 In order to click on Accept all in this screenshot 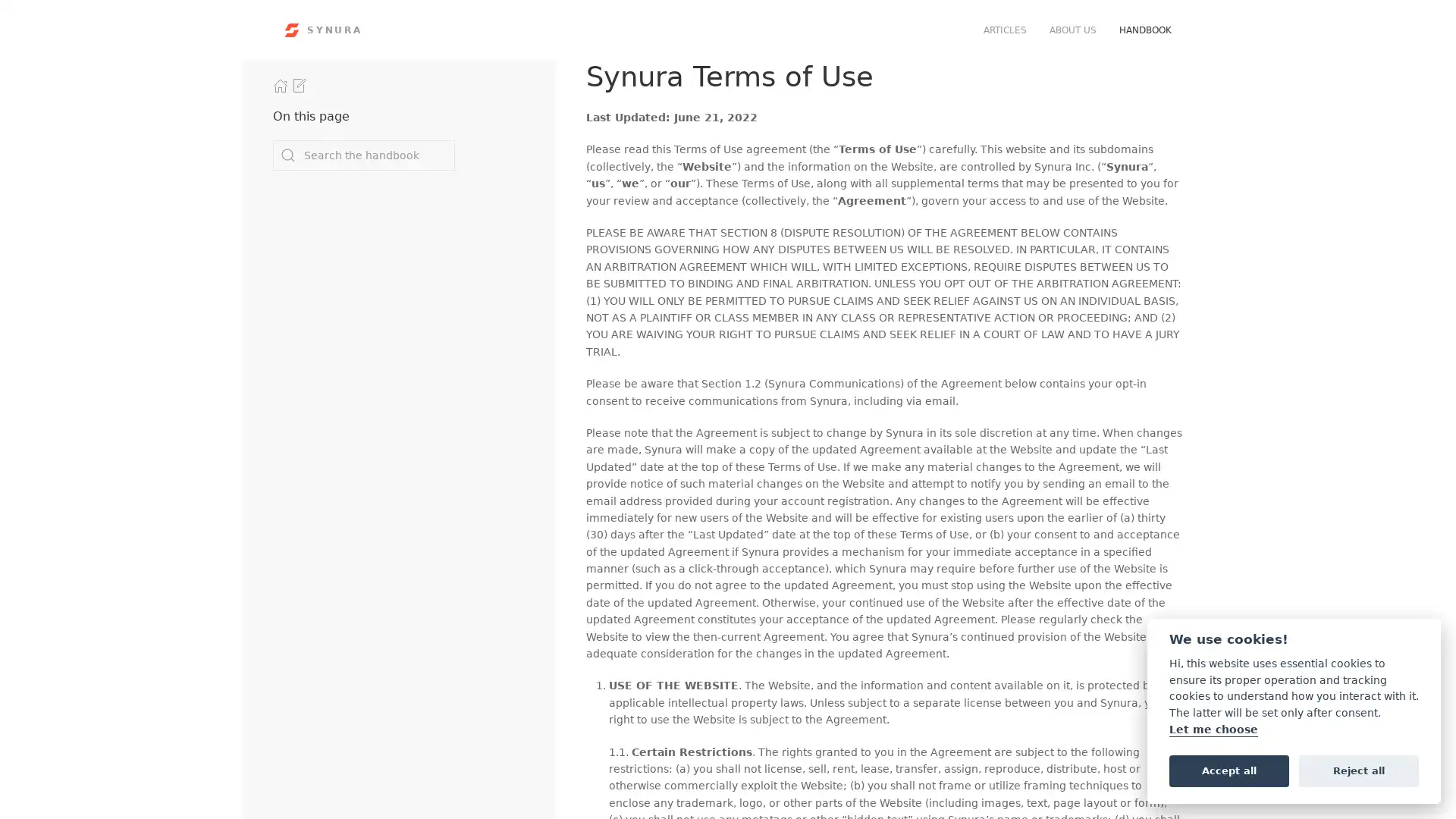, I will do `click(1228, 770)`.